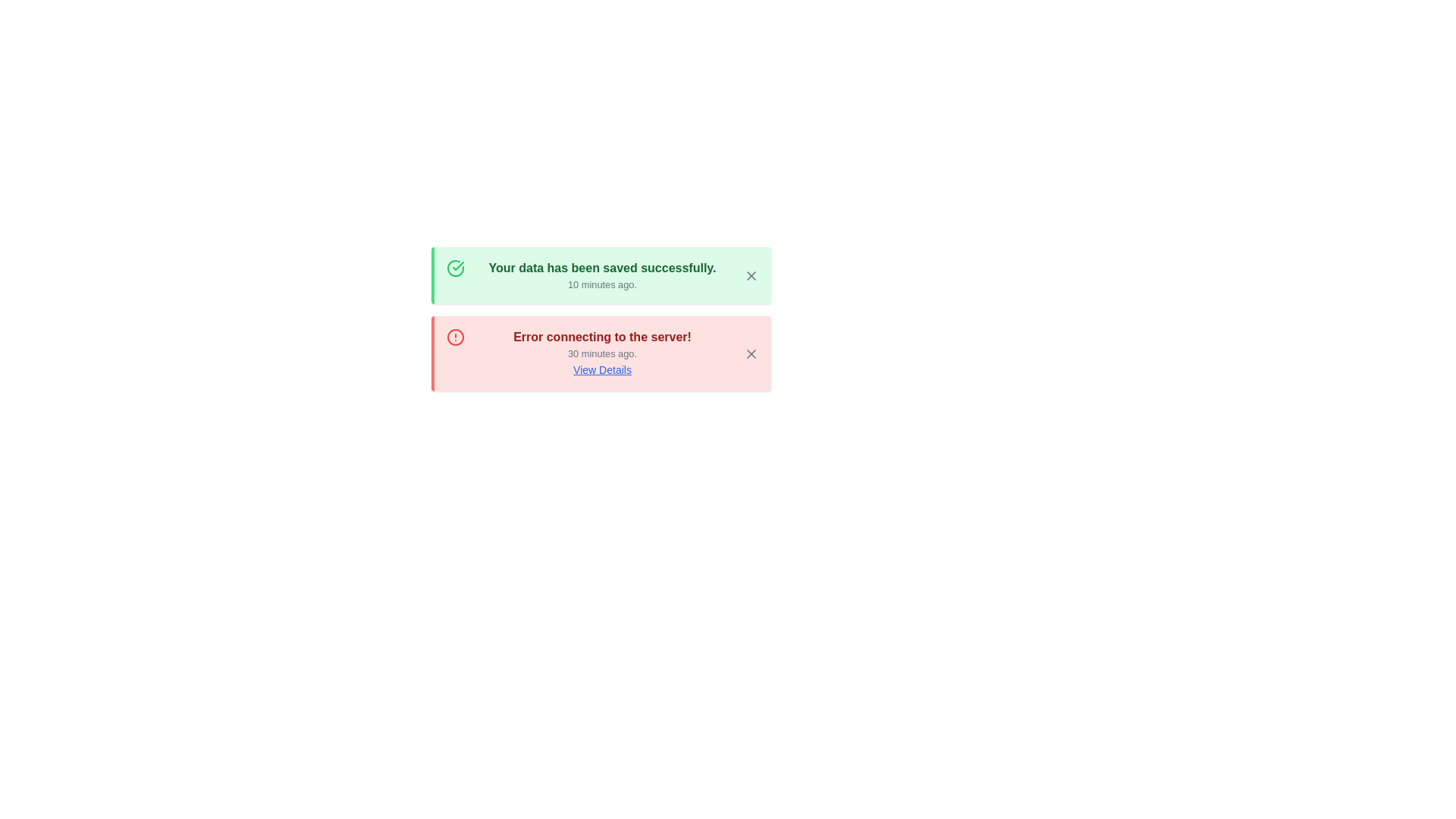  Describe the element at coordinates (751, 275) in the screenshot. I see `the gray 'X' icon button located at the top-right corner of the green notification banner` at that location.